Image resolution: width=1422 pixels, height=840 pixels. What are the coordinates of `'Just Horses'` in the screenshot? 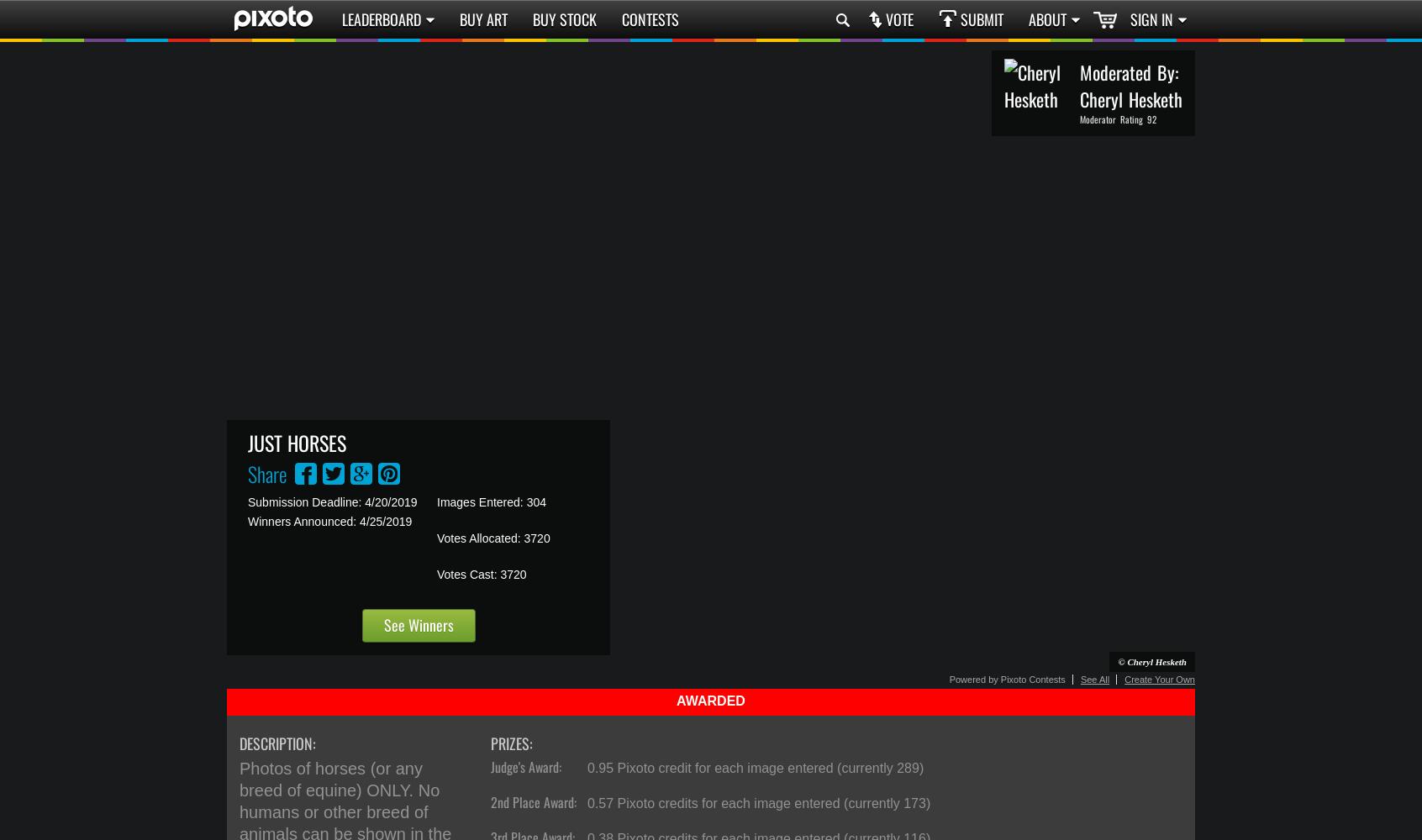 It's located at (296, 442).